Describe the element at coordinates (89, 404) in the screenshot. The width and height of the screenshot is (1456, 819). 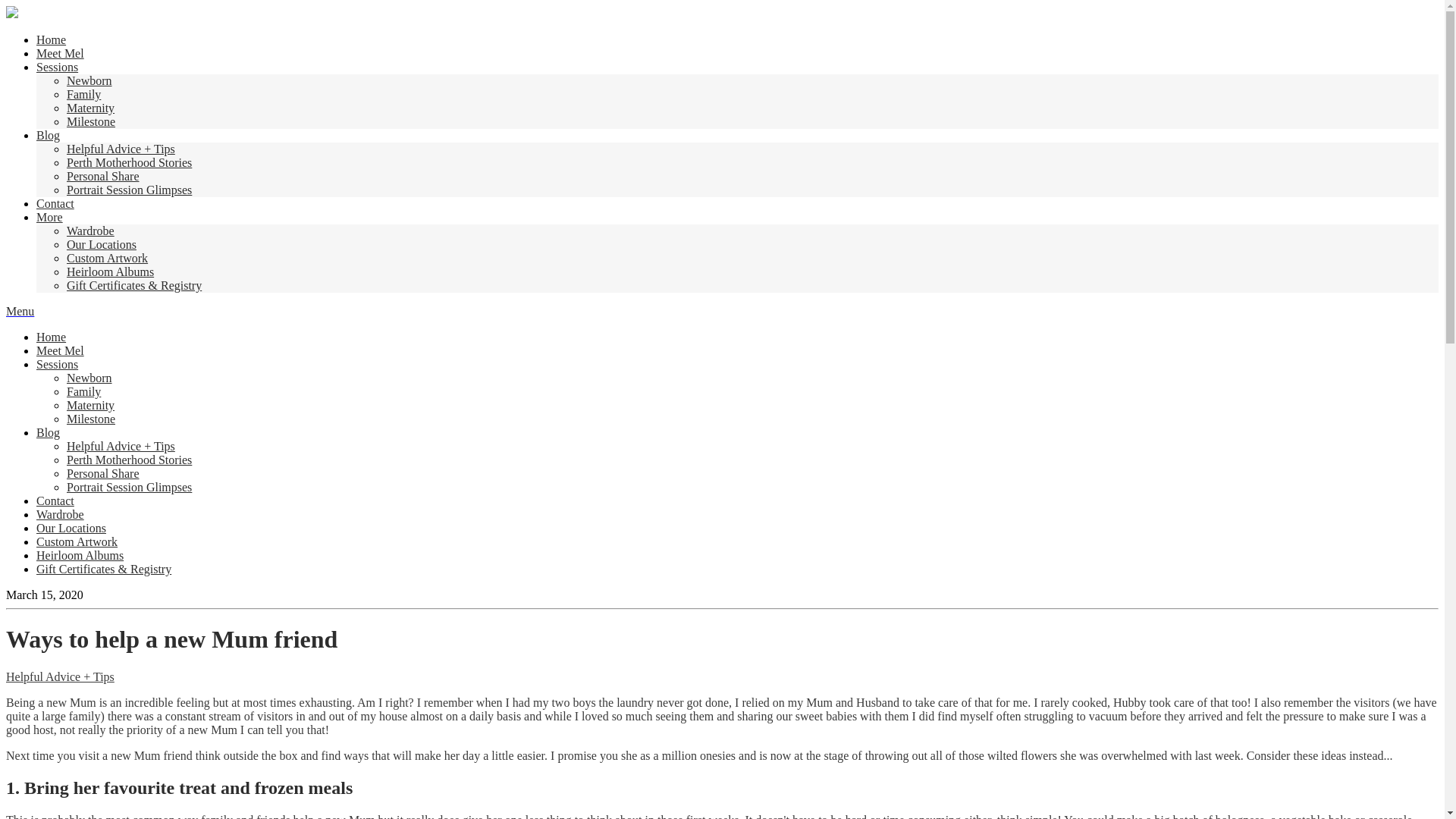
I see `'Maternity'` at that location.